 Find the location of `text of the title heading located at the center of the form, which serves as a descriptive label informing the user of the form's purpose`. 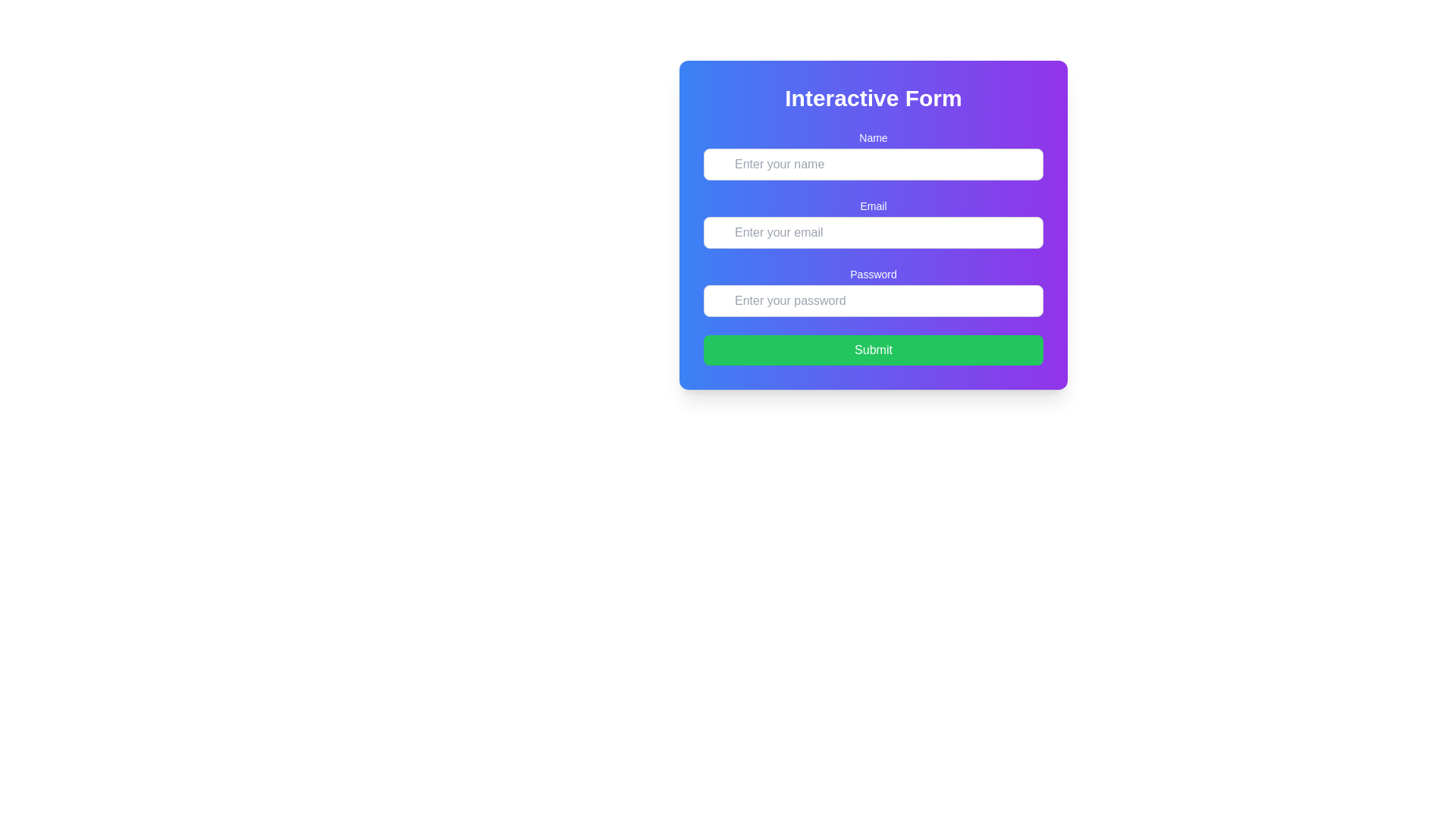

text of the title heading located at the center of the form, which serves as a descriptive label informing the user of the form's purpose is located at coordinates (874, 99).